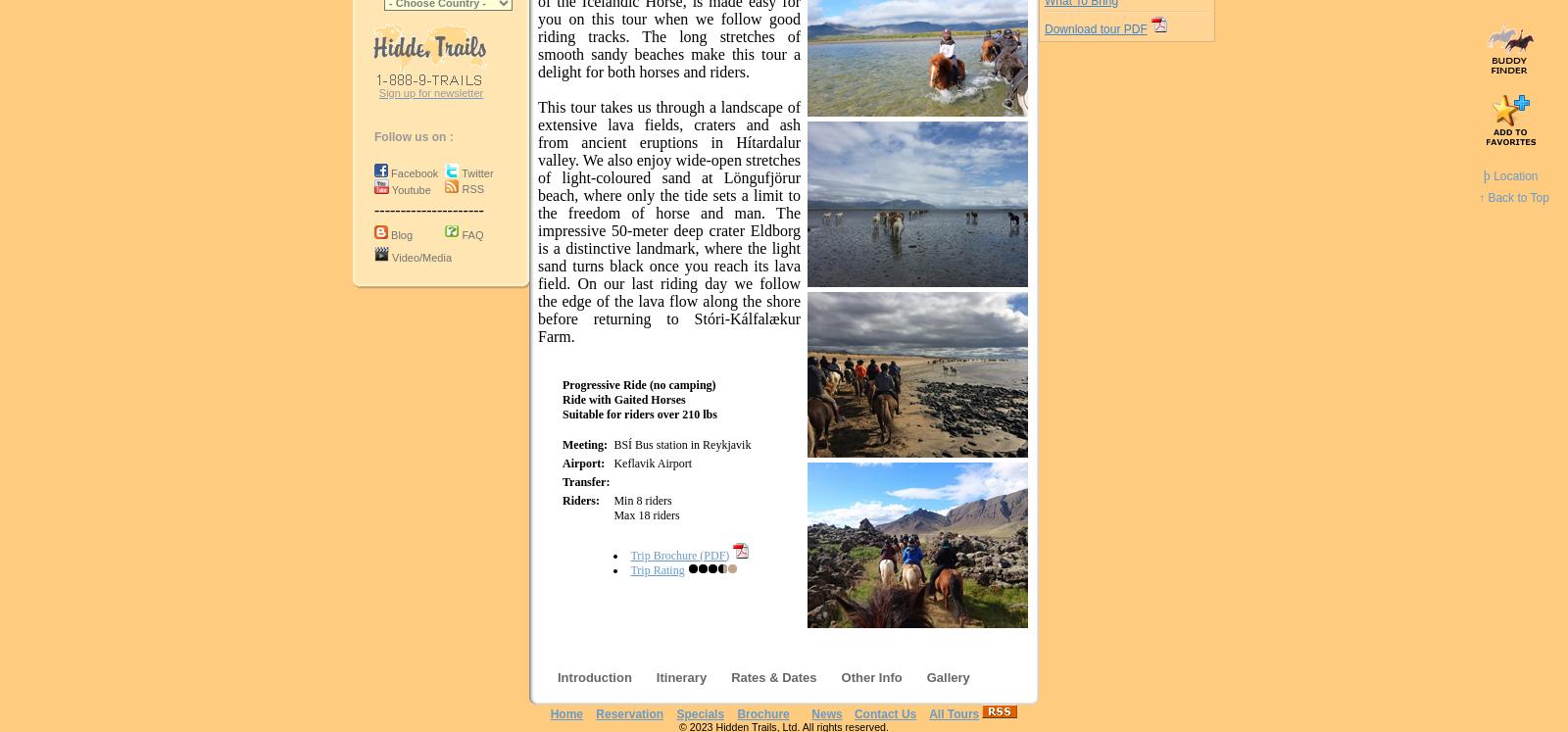  What do you see at coordinates (410, 189) in the screenshot?
I see `'Youtube'` at bounding box center [410, 189].